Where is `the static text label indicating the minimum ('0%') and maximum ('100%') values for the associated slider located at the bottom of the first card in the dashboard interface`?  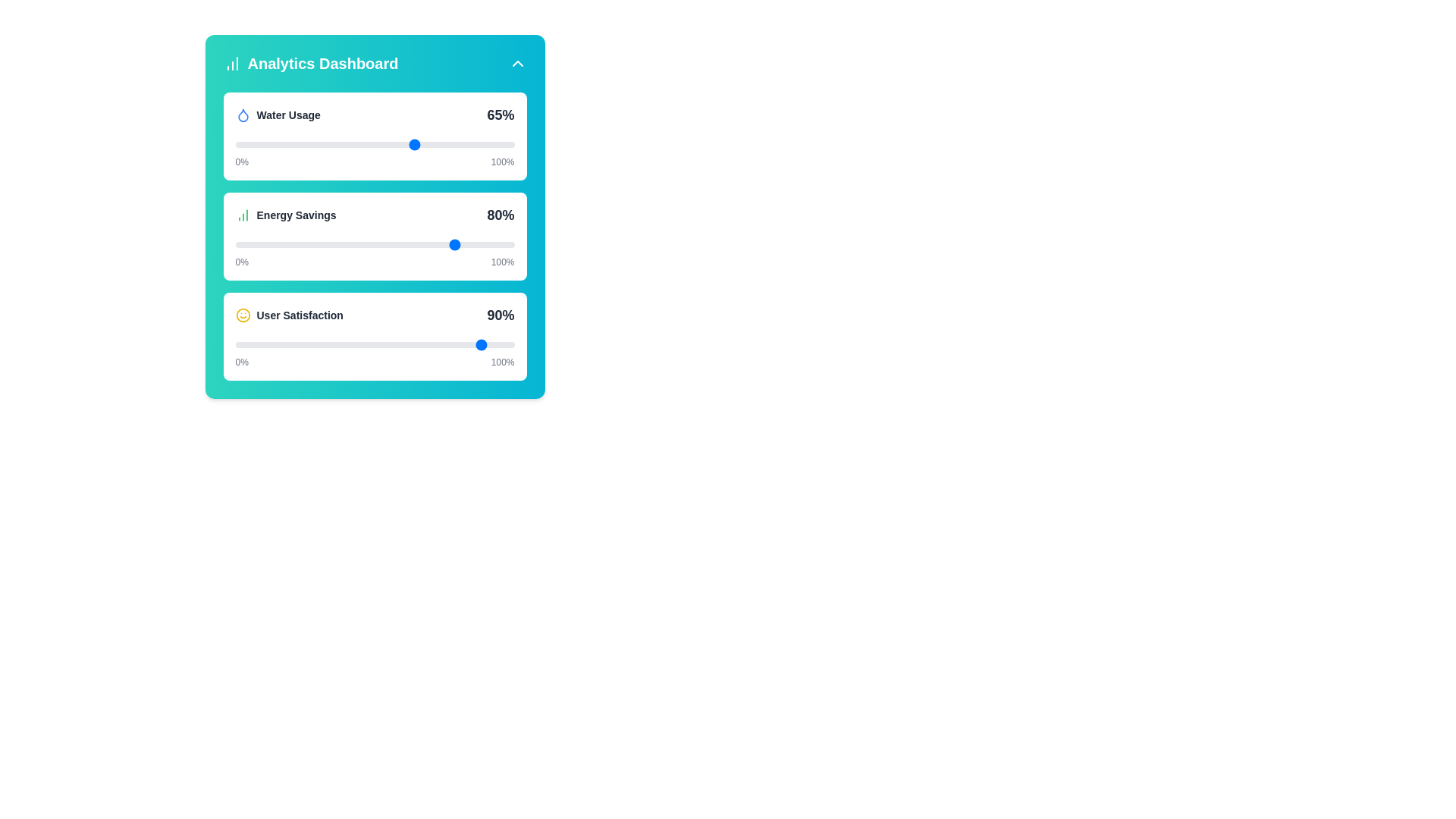
the static text label indicating the minimum ('0%') and maximum ('100%') values for the associated slider located at the bottom of the first card in the dashboard interface is located at coordinates (375, 162).